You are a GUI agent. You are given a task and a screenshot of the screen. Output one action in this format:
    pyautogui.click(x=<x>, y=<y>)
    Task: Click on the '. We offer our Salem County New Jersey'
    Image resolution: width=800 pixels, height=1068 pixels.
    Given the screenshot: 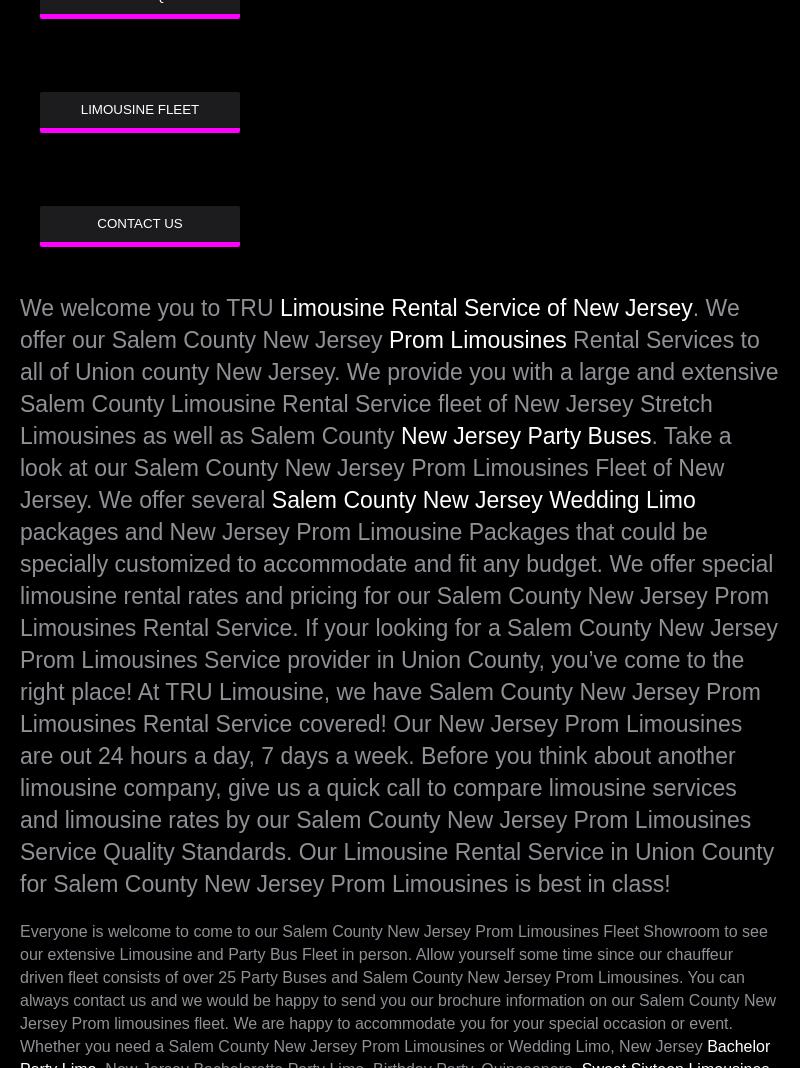 What is the action you would take?
    pyautogui.click(x=378, y=323)
    